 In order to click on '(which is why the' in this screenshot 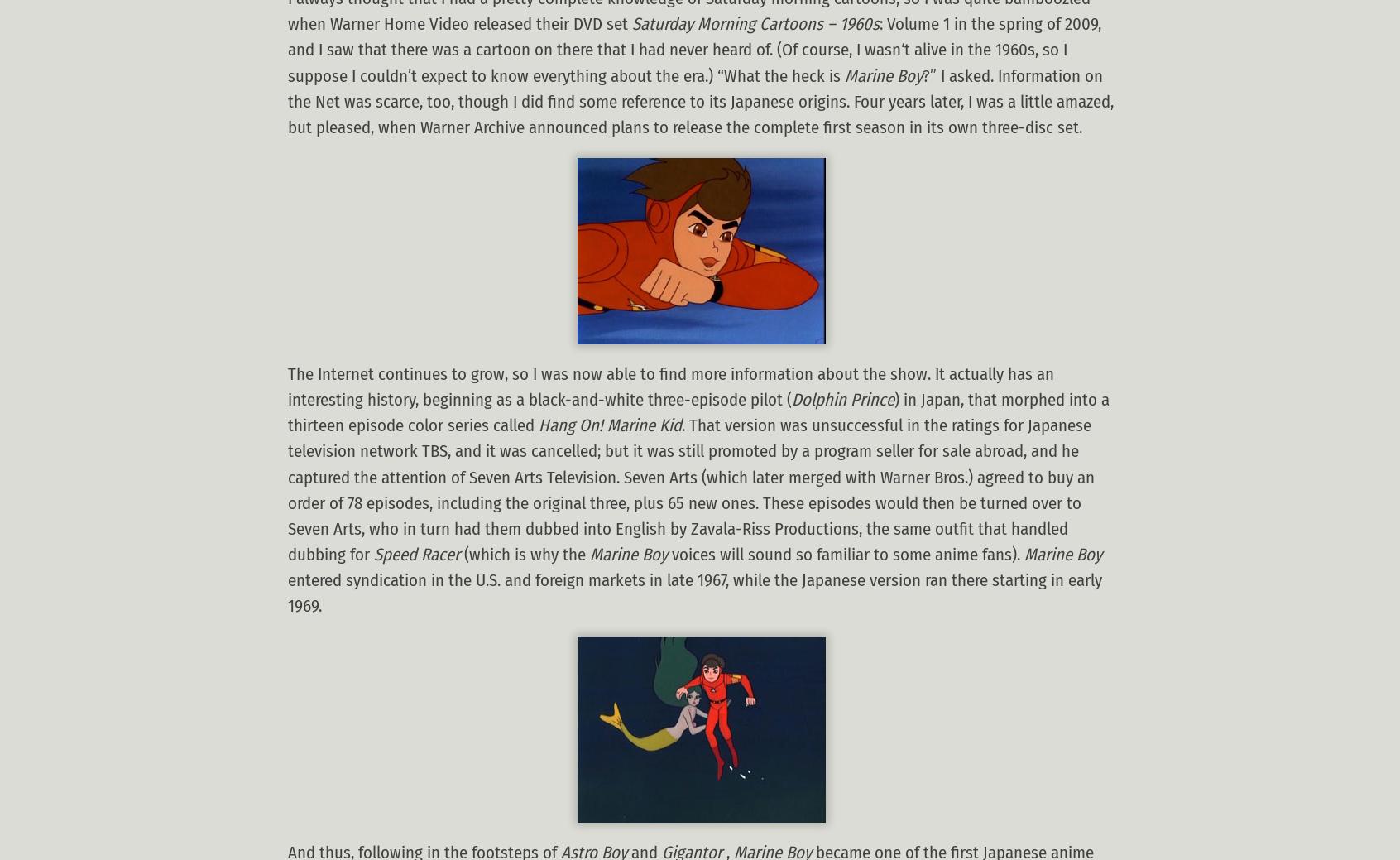, I will do `click(524, 555)`.